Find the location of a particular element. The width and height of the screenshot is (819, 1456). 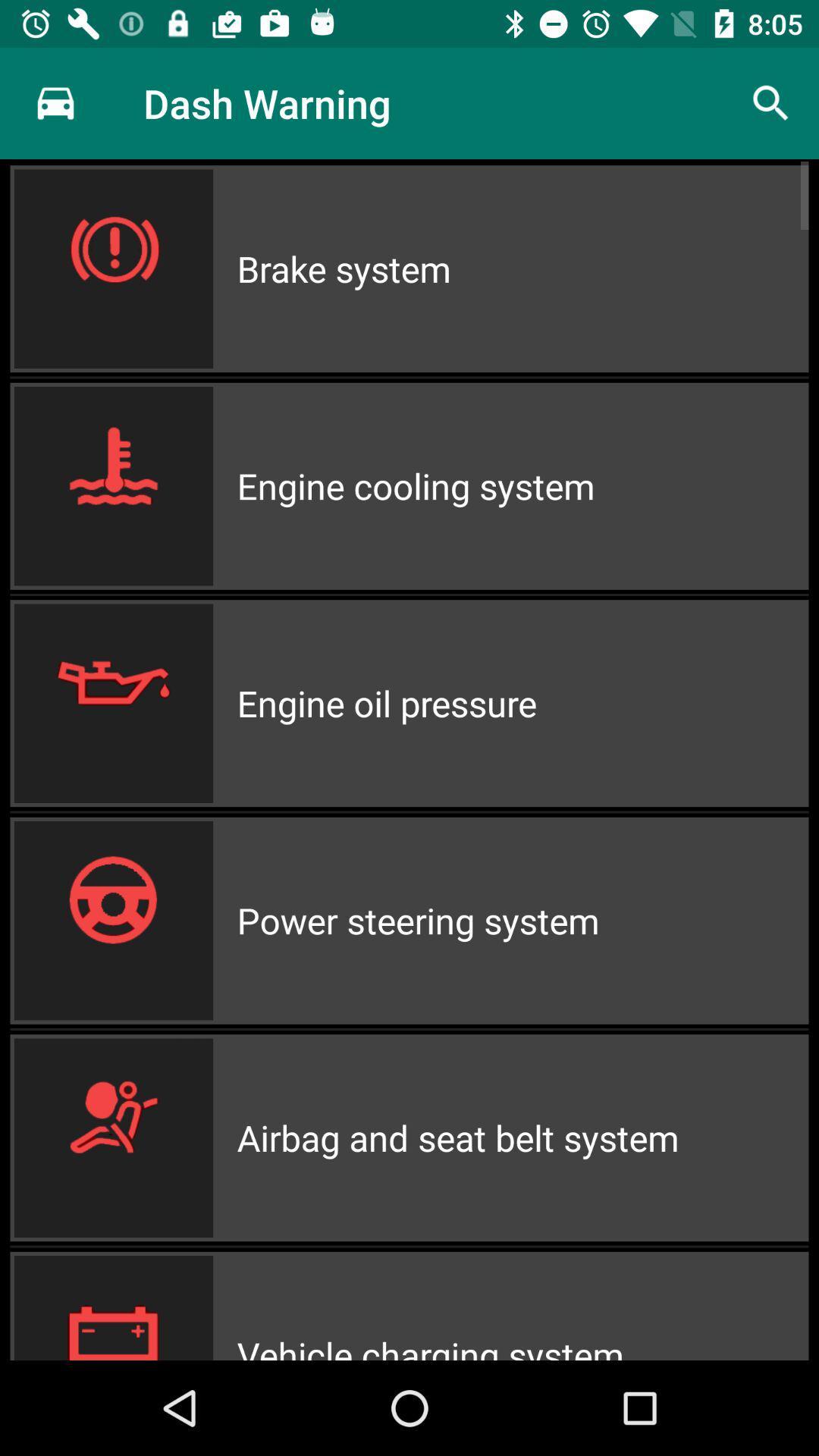

the brake system is located at coordinates (522, 268).